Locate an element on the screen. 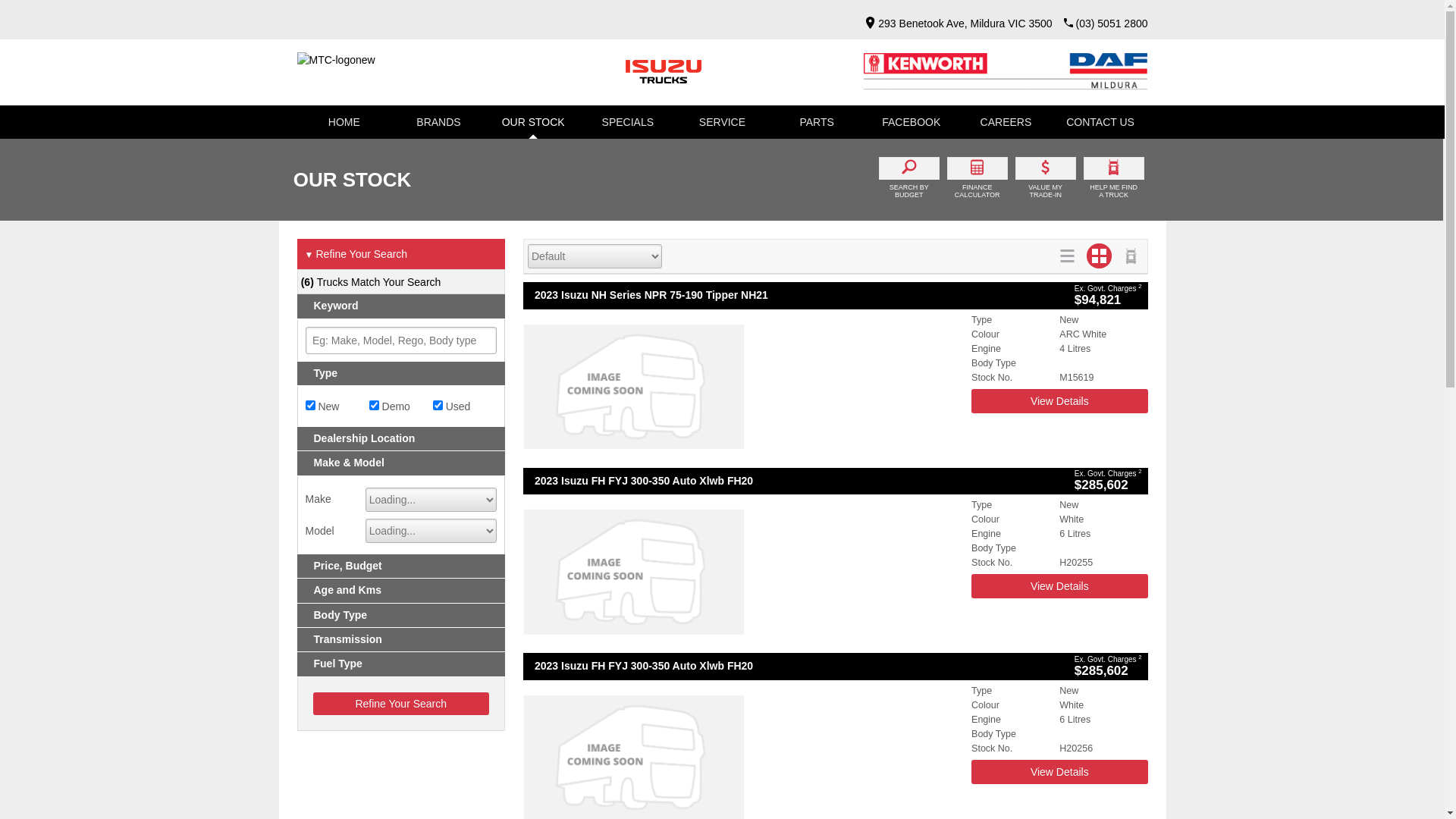  'SEARCH BY BUDGET' is located at coordinates (909, 178).